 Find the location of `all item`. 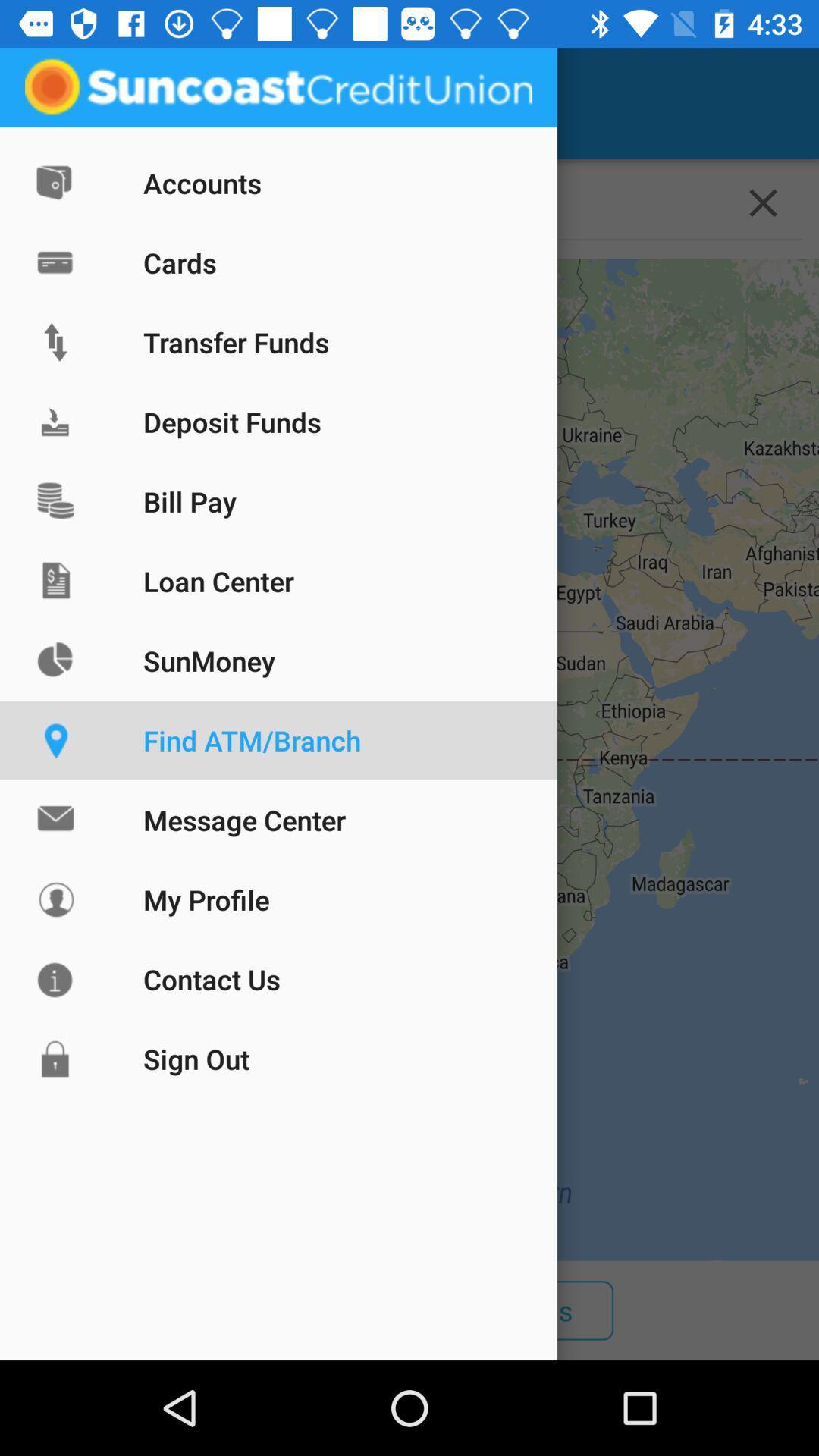

all item is located at coordinates (118, 1310).